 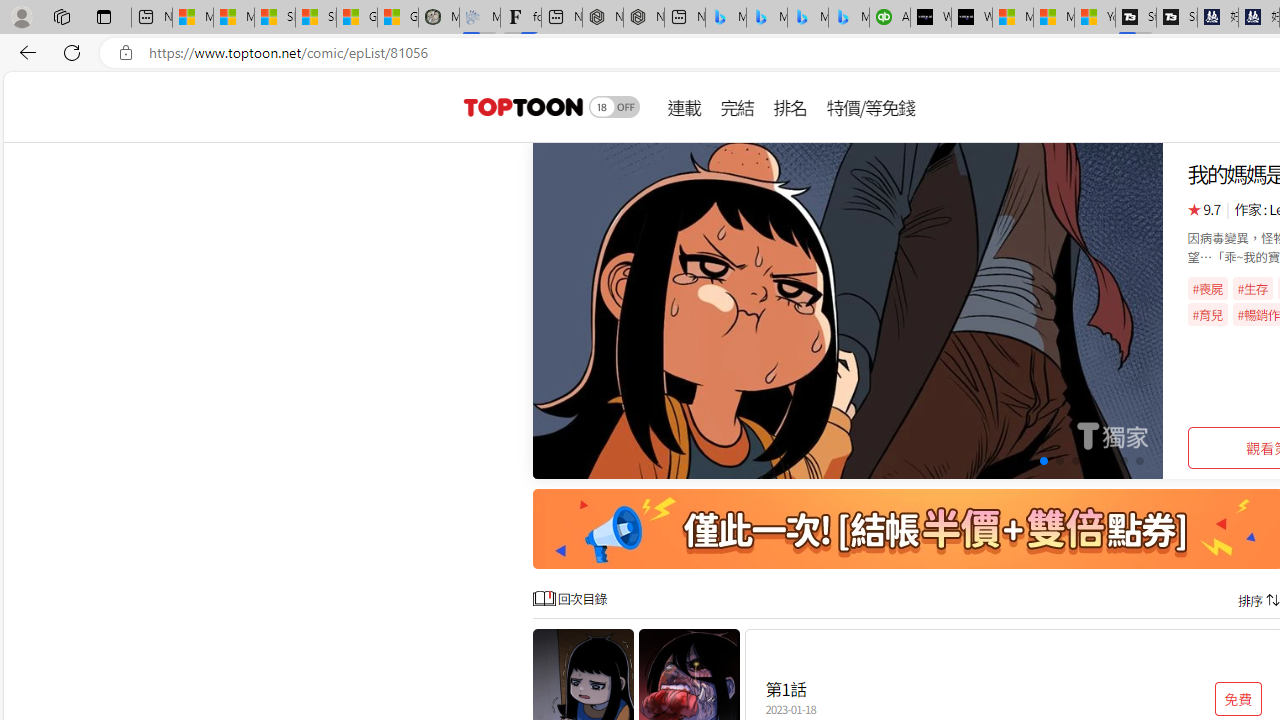 I want to click on 'Back', so click(x=24, y=51).